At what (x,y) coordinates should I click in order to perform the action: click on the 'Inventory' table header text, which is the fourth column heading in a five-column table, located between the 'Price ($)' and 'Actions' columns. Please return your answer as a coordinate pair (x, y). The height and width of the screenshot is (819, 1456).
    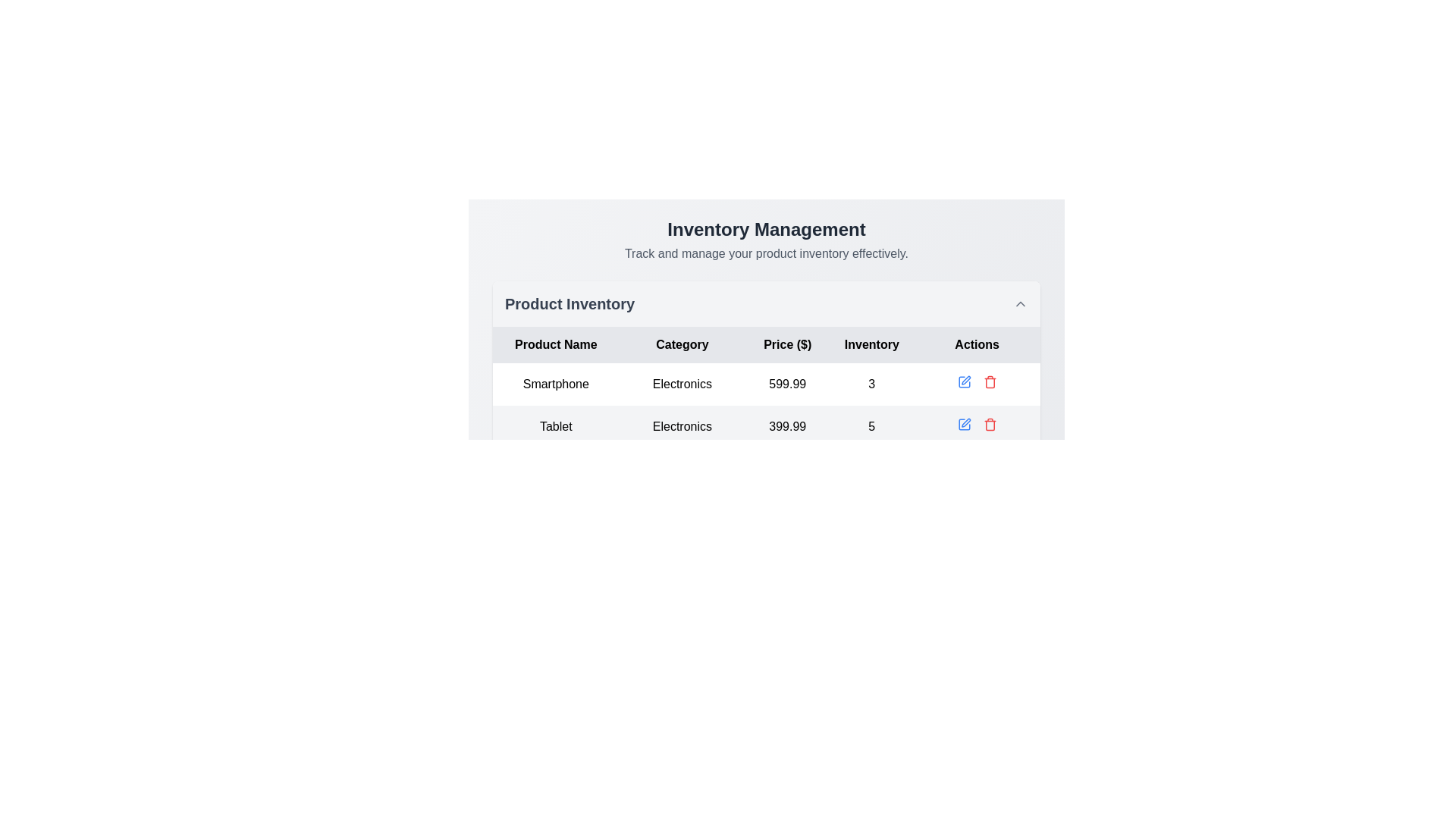
    Looking at the image, I should click on (871, 345).